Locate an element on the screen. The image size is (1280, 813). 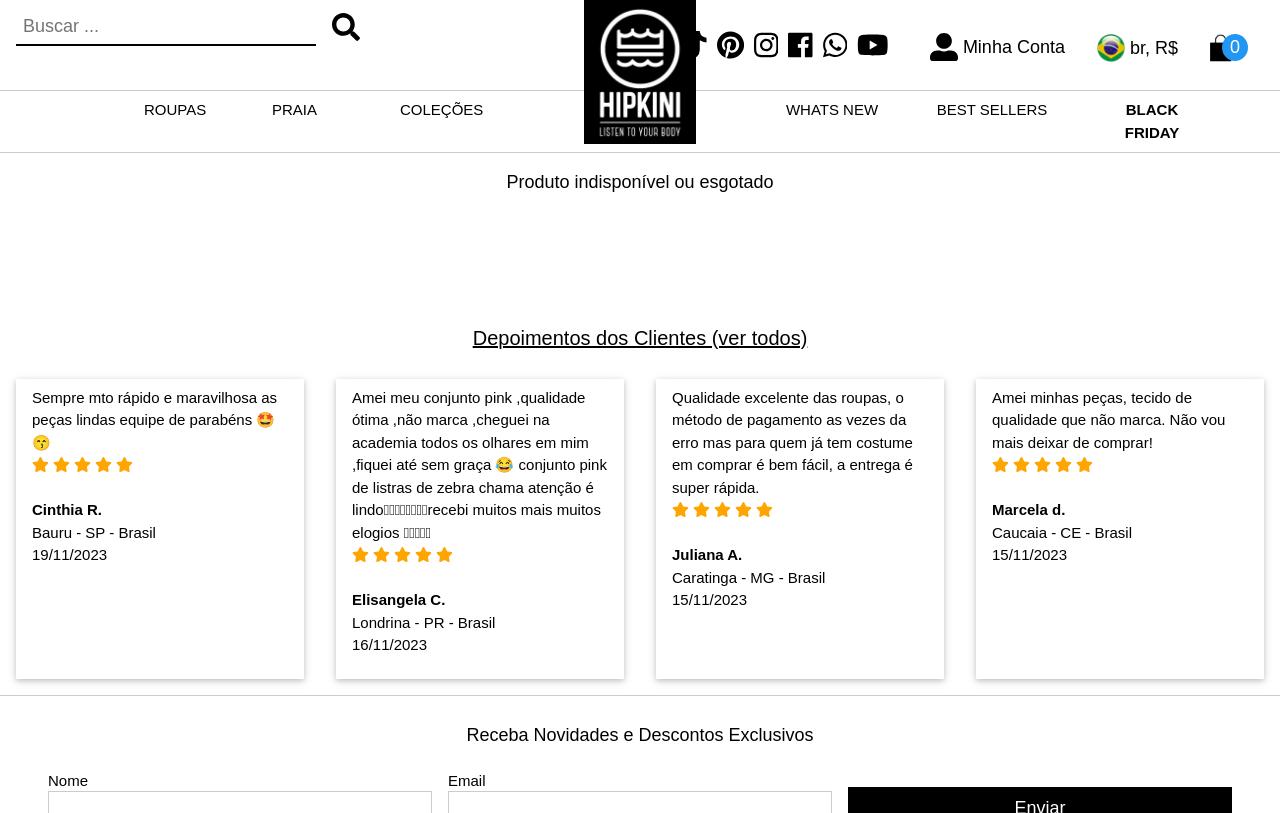
'Receba Novidades e Descontos Exclusivos' is located at coordinates (638, 733).